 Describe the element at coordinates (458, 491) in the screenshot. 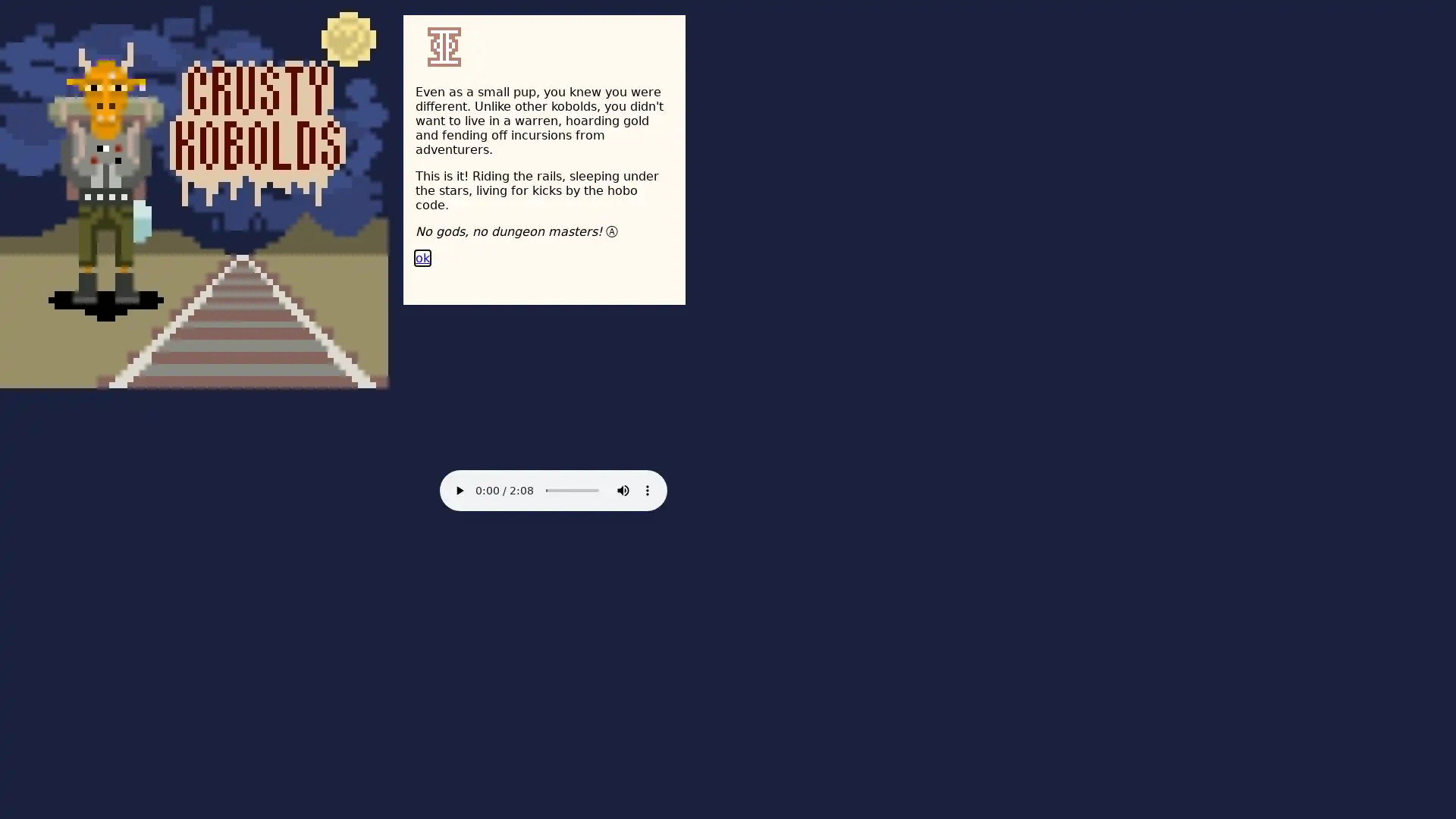

I see `play` at that location.